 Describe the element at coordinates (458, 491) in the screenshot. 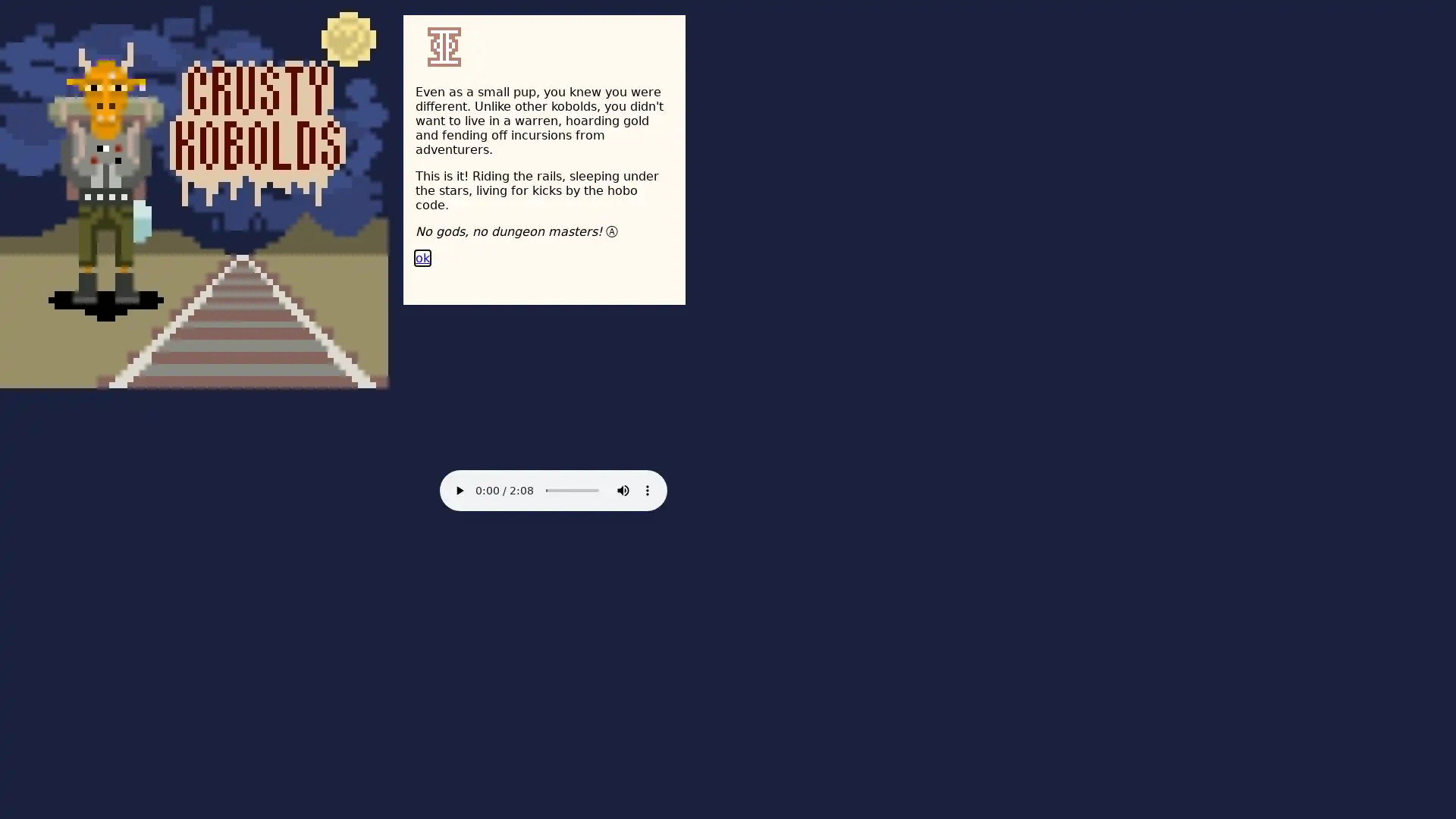

I see `play` at that location.